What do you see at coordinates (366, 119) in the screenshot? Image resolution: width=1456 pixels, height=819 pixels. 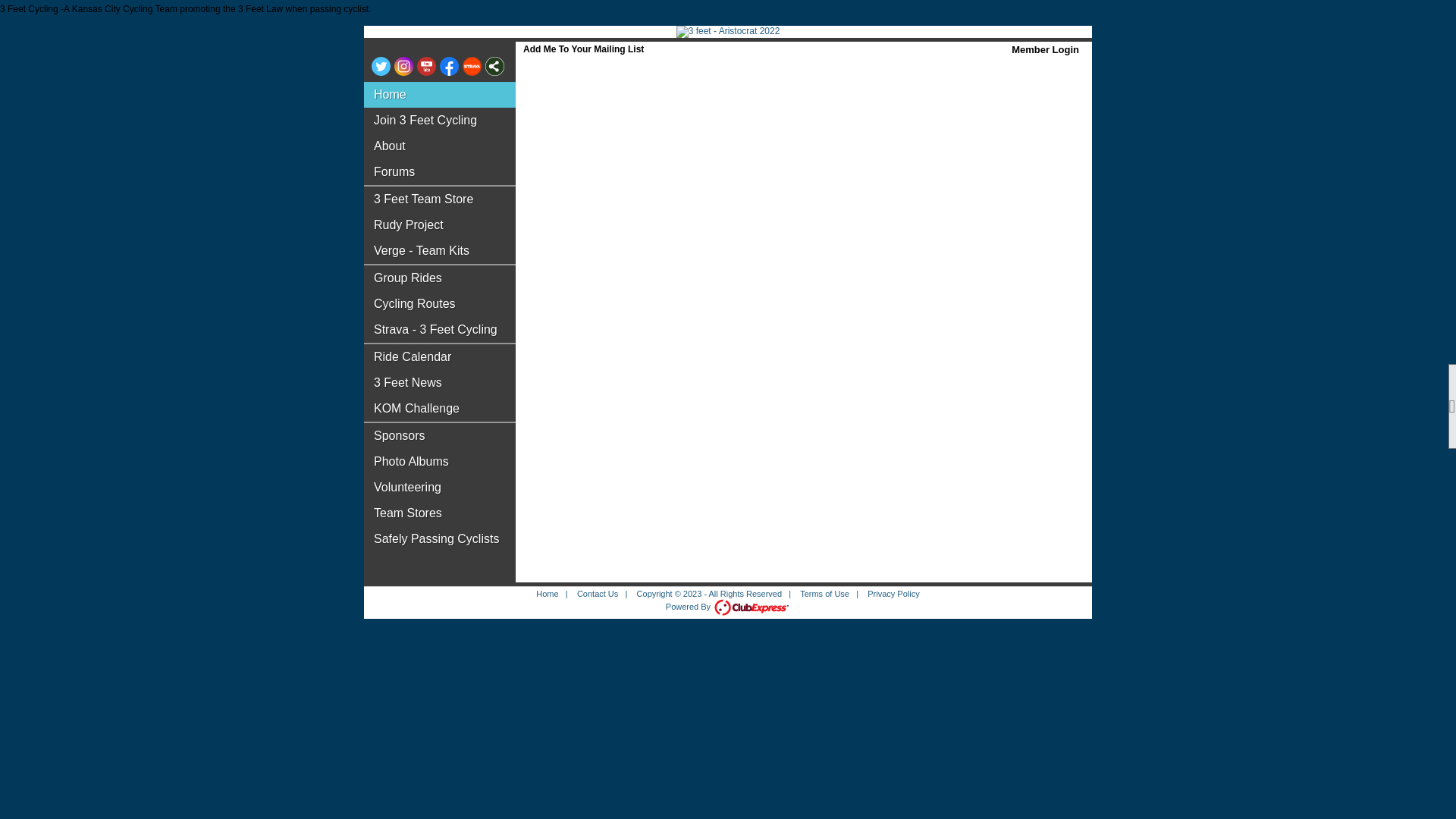 I see `'Join 3 Feet Cycling'` at bounding box center [366, 119].